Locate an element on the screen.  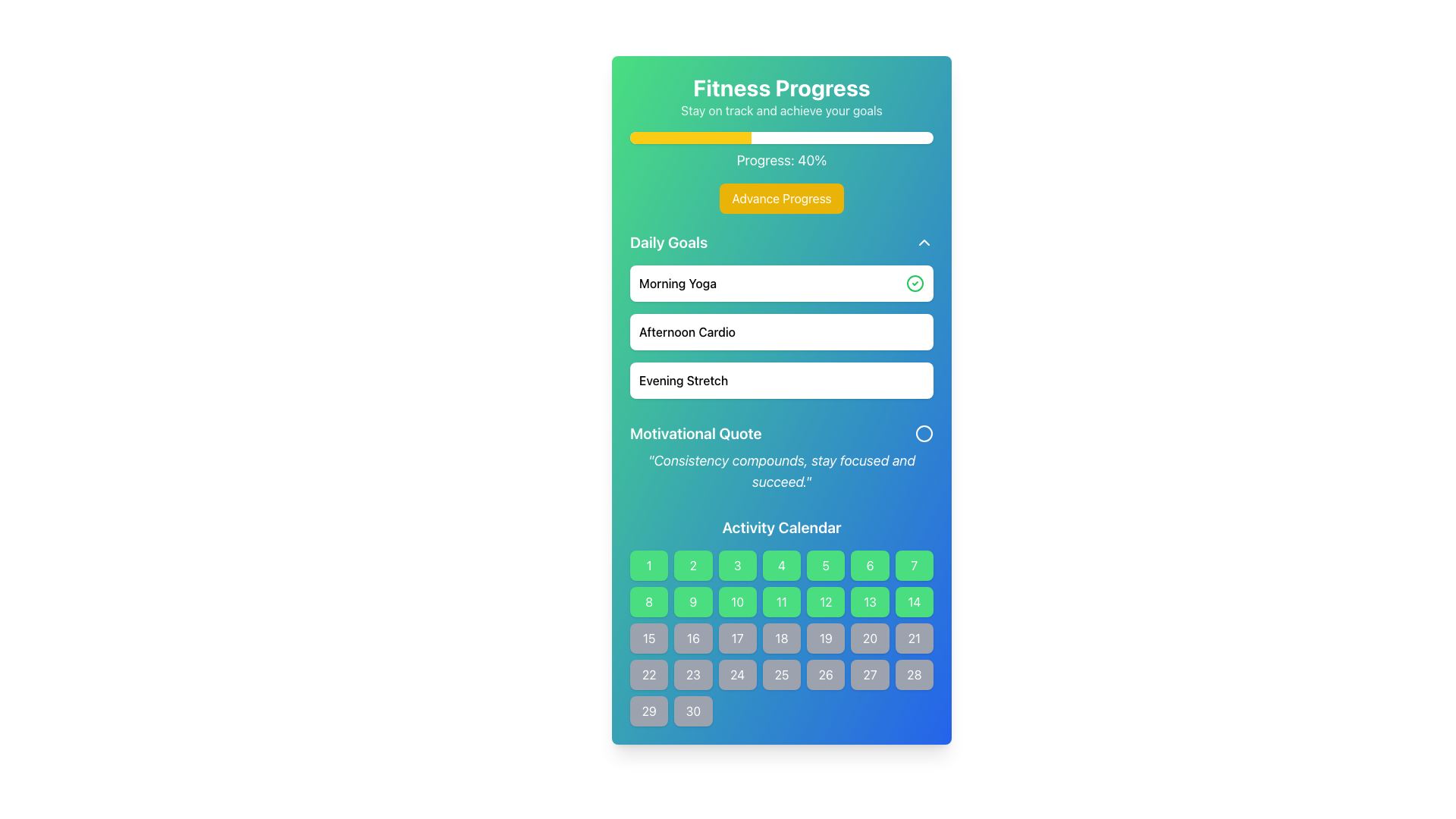
the icon that toggles the collapse or expand function for the 'Daily Goals' section, located at the far-right end of the section header is located at coordinates (924, 242).